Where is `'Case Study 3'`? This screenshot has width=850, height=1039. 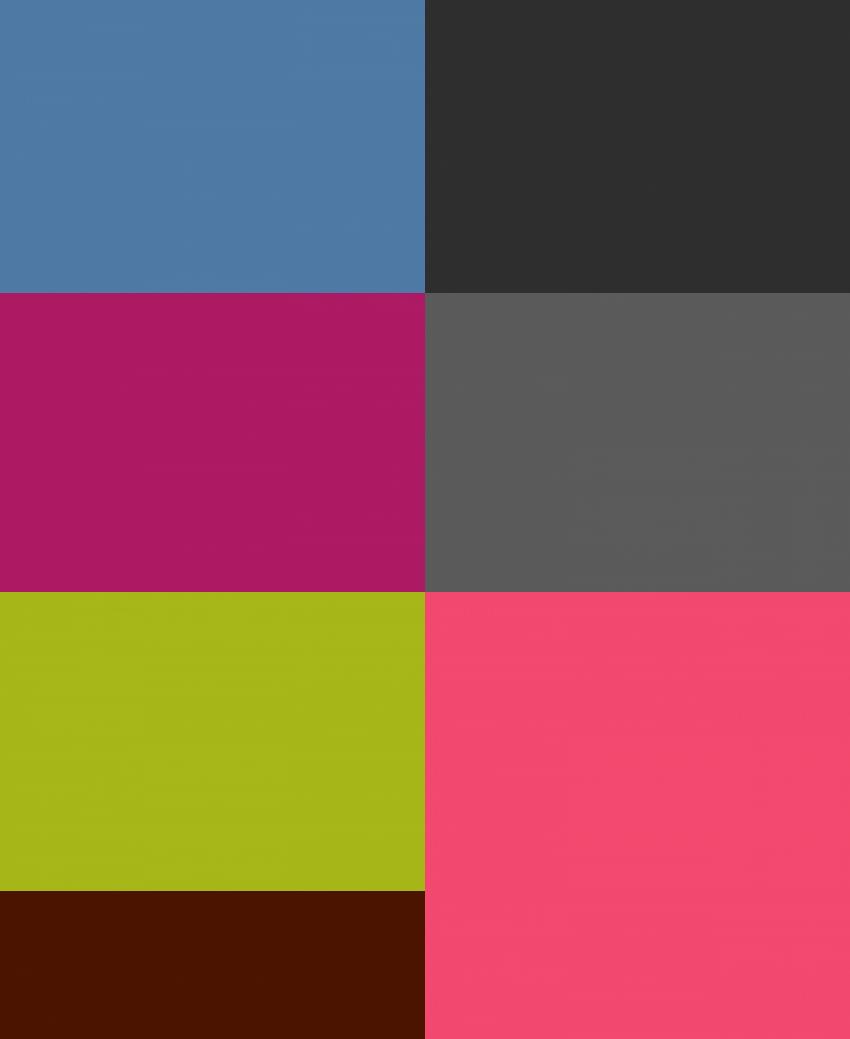
'Case Study 3' is located at coordinates (167, 441).